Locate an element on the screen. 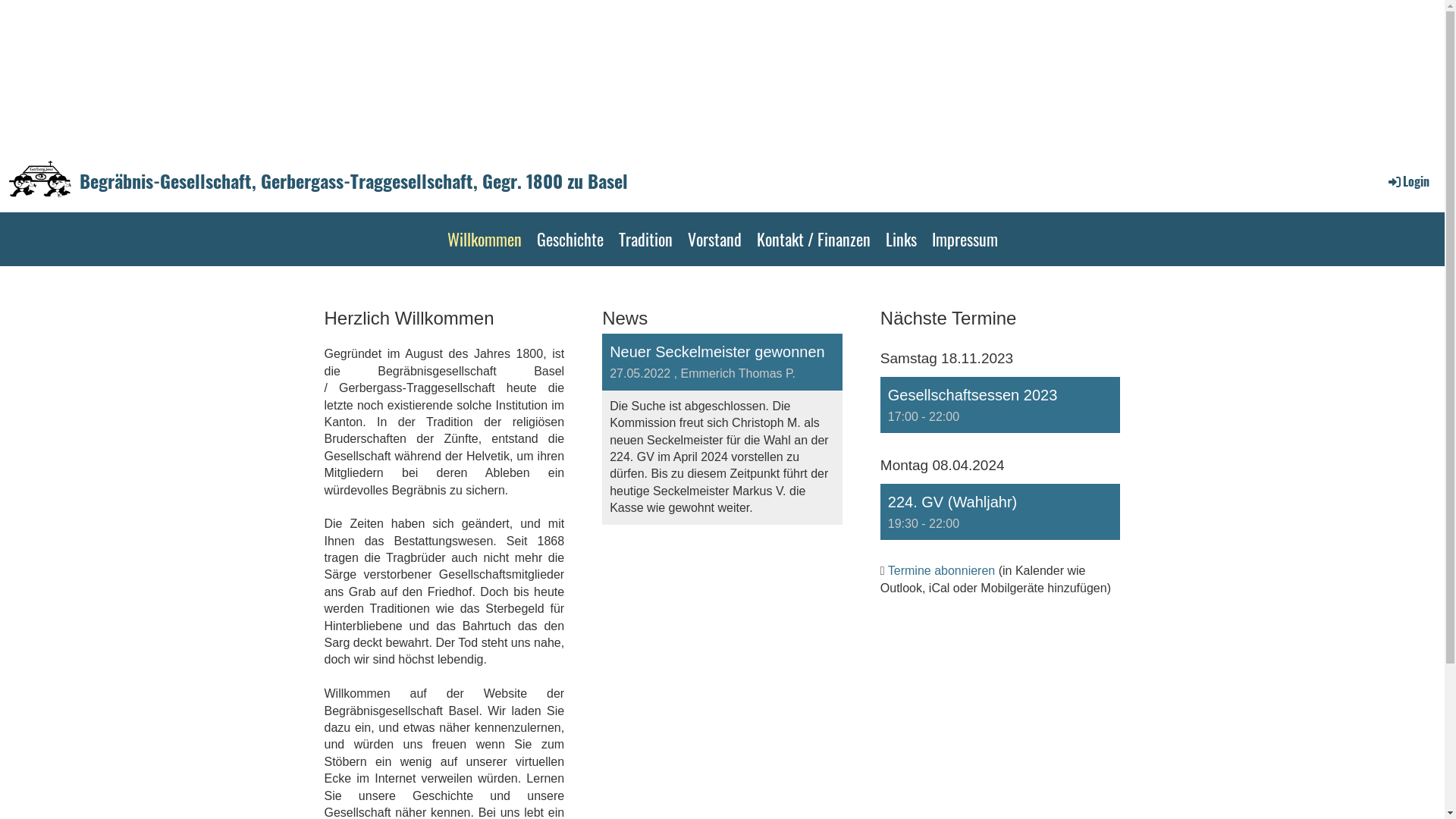 The image size is (1456, 819). '224. GV (Wahljahr) is located at coordinates (1000, 512).